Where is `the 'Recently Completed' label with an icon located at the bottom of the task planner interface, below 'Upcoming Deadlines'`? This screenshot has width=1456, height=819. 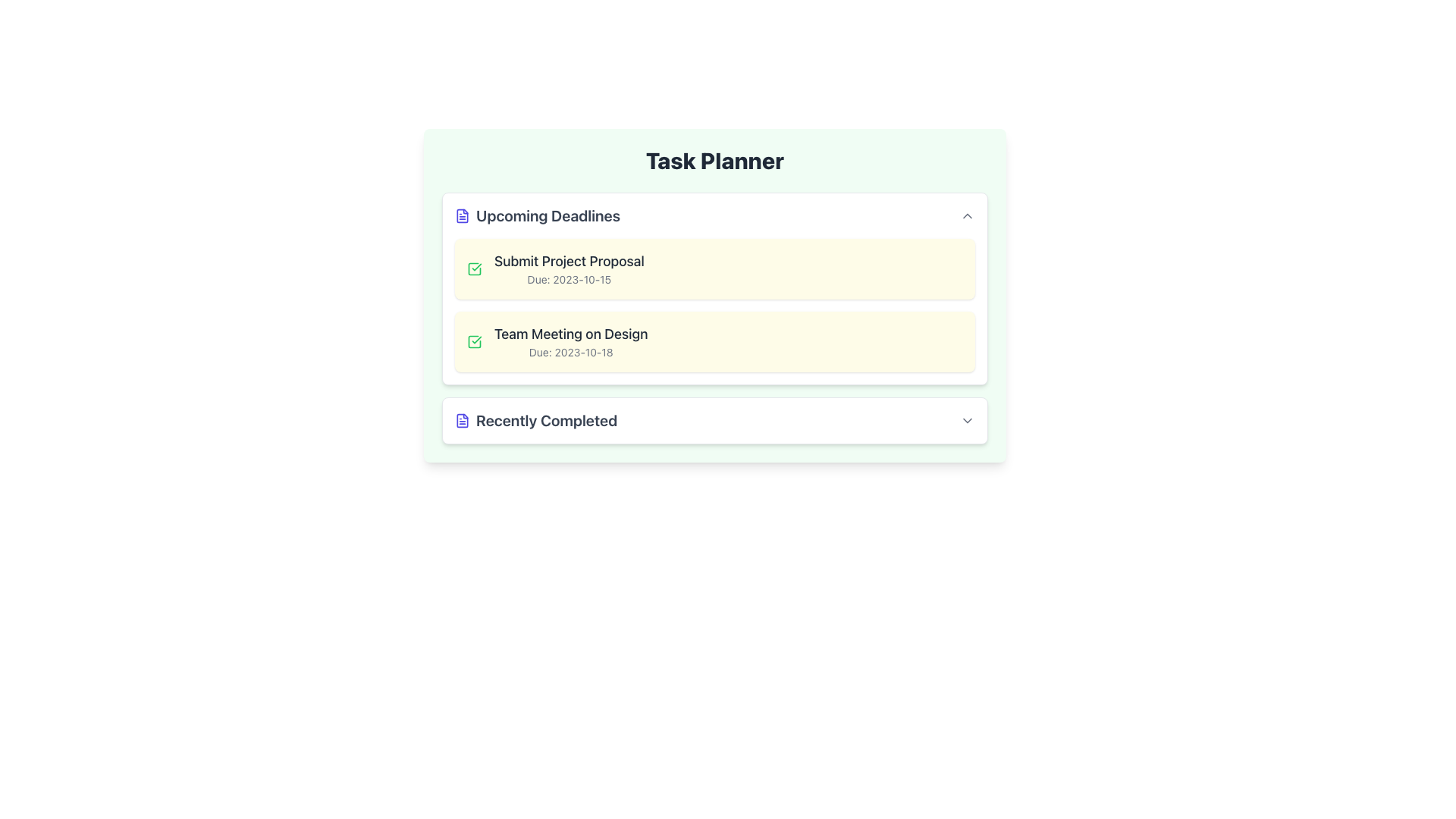
the 'Recently Completed' label with an icon located at the bottom of the task planner interface, below 'Upcoming Deadlines' is located at coordinates (536, 421).